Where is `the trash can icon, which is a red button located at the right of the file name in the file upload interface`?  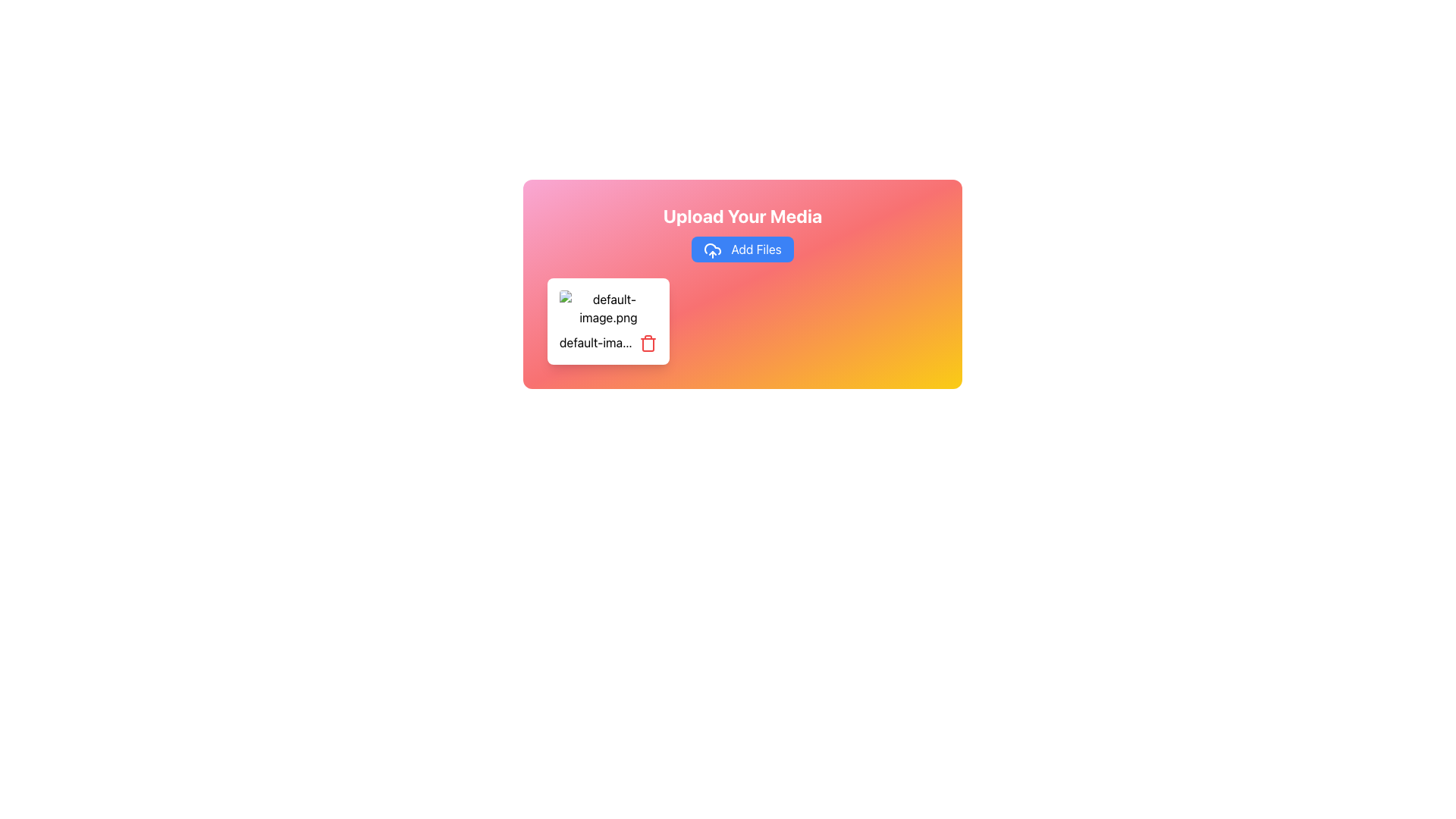 the trash can icon, which is a red button located at the right of the file name in the file upload interface is located at coordinates (648, 342).